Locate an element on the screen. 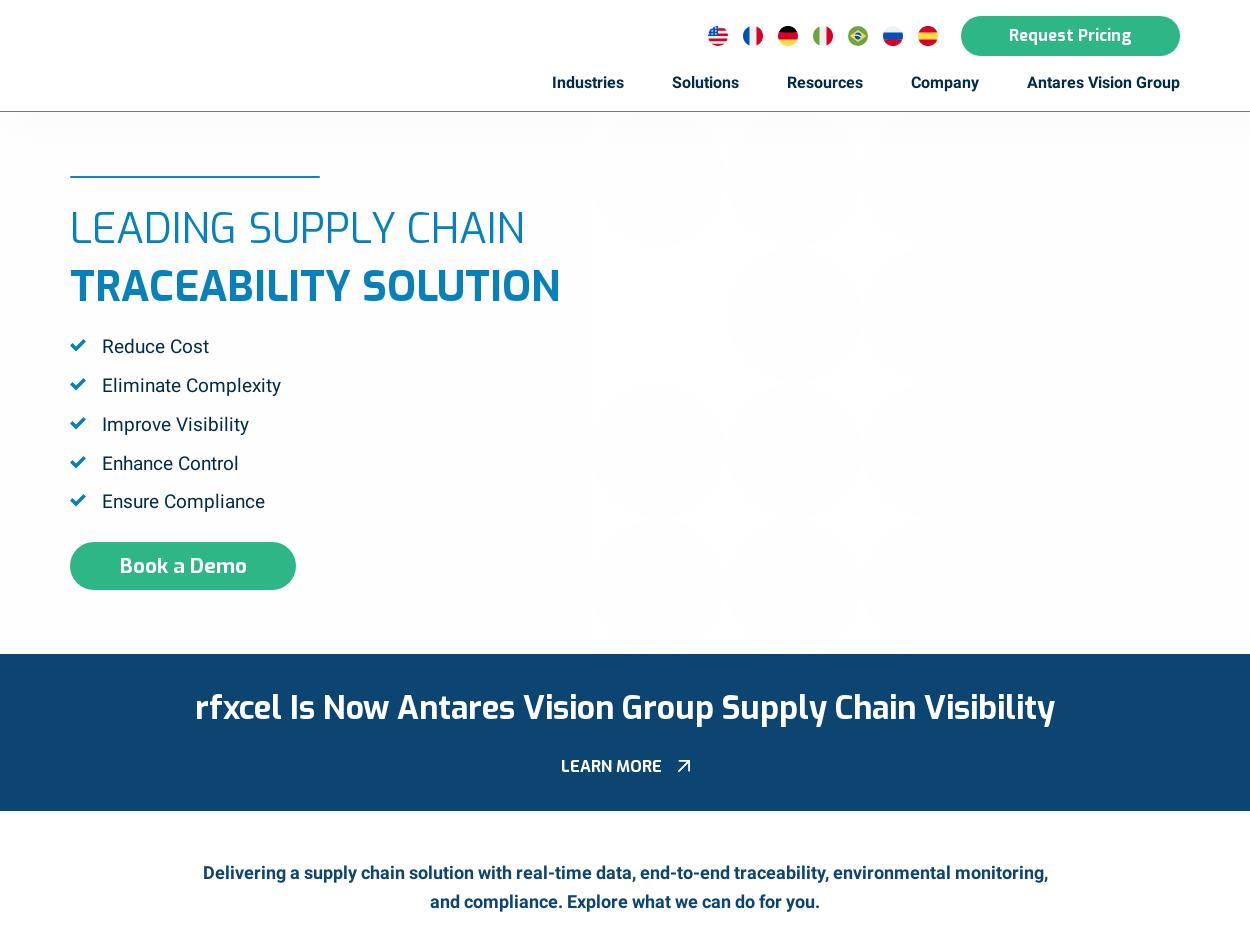  'Enhance Control' is located at coordinates (170, 462).